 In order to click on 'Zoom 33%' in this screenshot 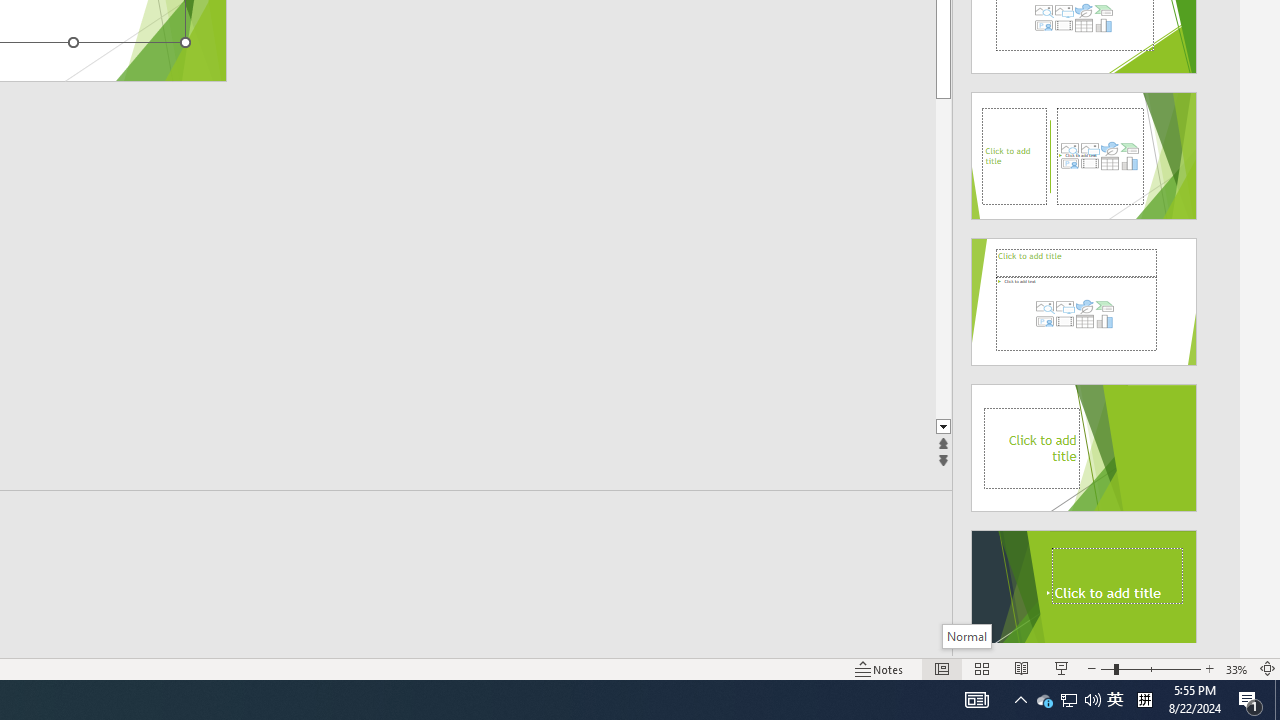, I will do `click(1236, 669)`.